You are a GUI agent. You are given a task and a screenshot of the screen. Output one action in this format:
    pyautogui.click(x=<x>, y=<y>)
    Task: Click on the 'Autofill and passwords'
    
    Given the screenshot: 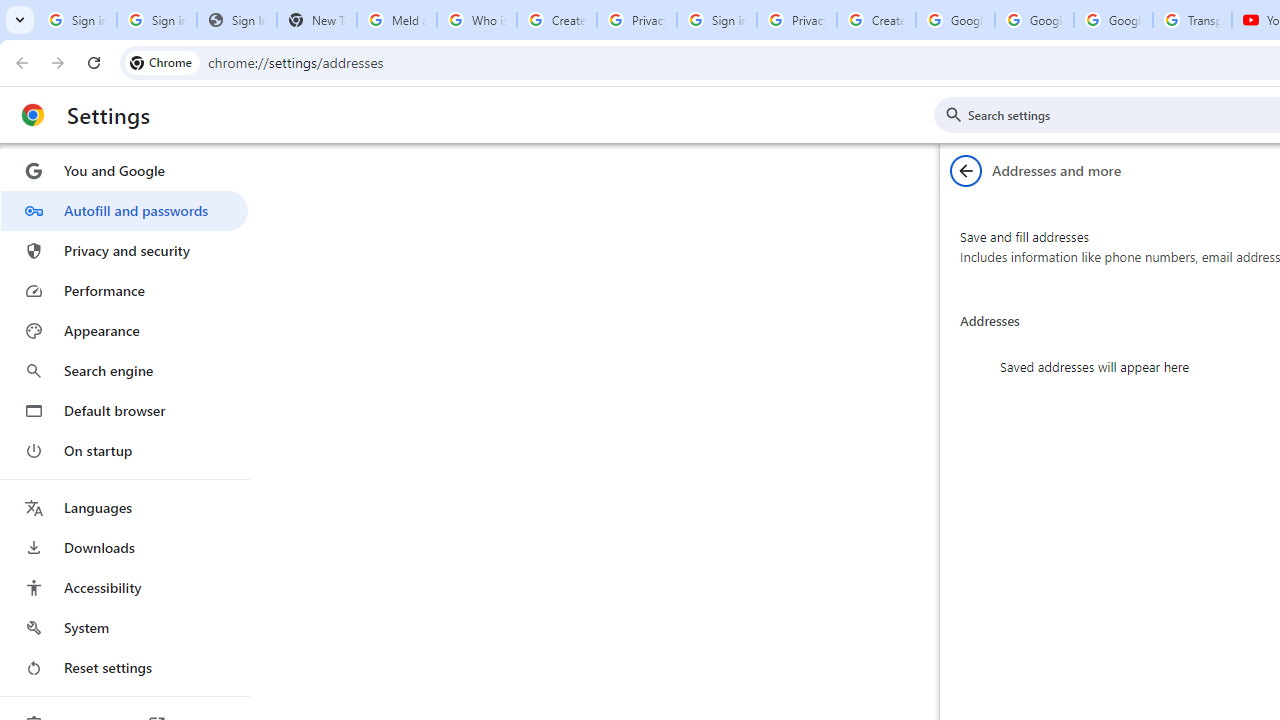 What is the action you would take?
    pyautogui.click(x=123, y=210)
    